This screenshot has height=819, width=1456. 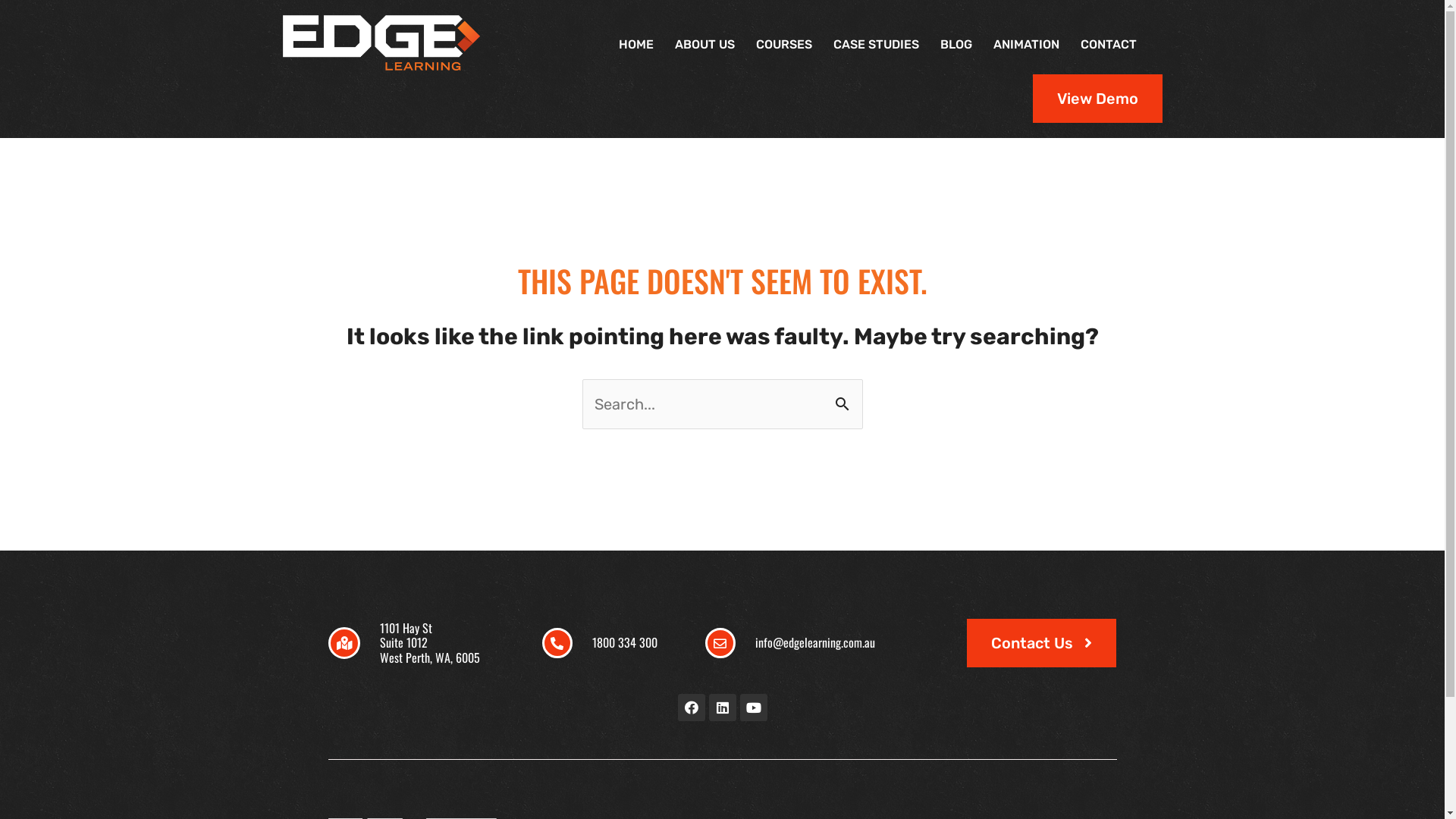 What do you see at coordinates (625, 642) in the screenshot?
I see `'1800 334 300'` at bounding box center [625, 642].